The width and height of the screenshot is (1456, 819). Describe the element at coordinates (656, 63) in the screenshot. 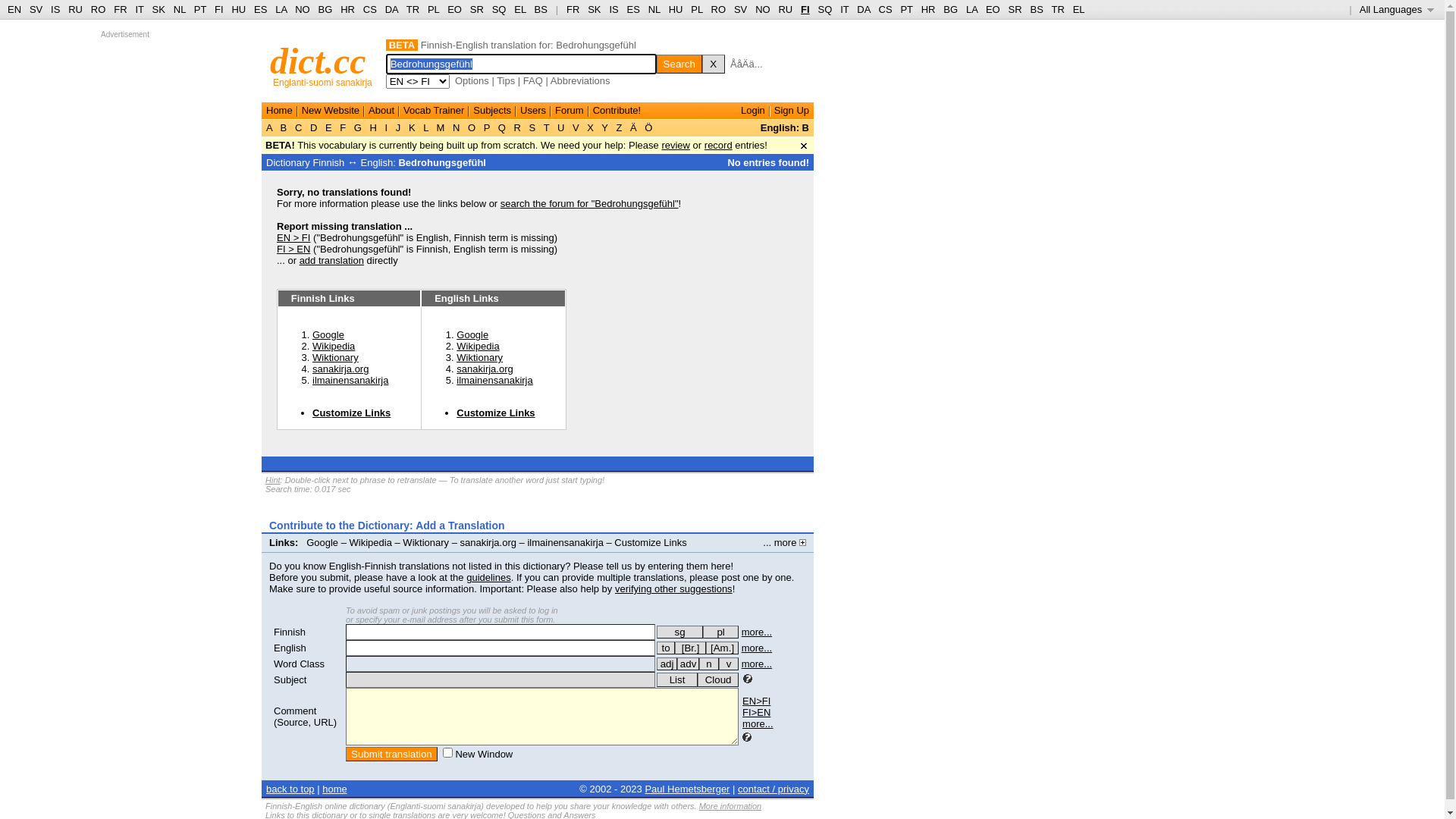

I see `'Search'` at that location.